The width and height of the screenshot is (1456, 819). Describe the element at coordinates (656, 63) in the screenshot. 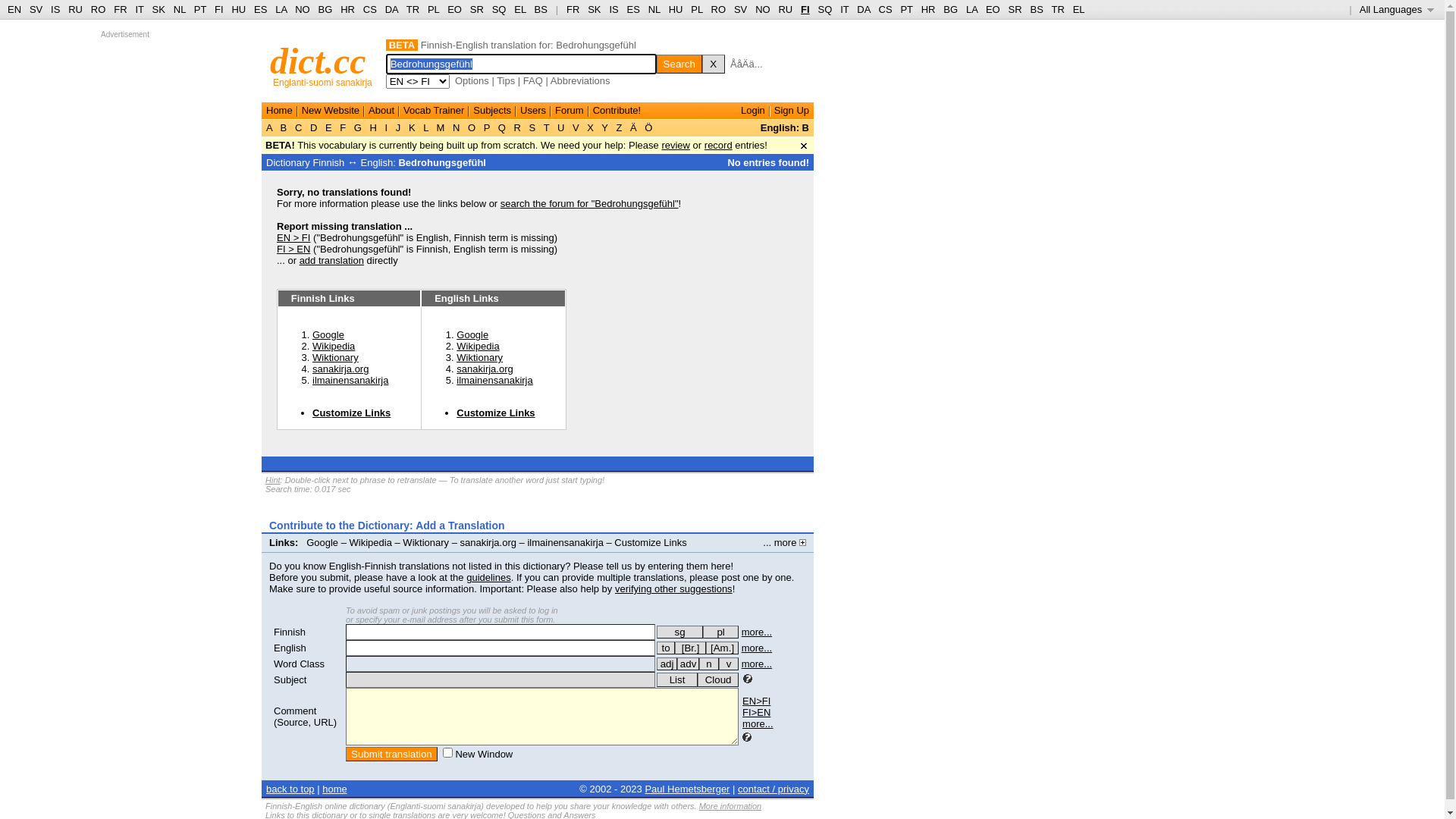

I see `'Search'` at that location.